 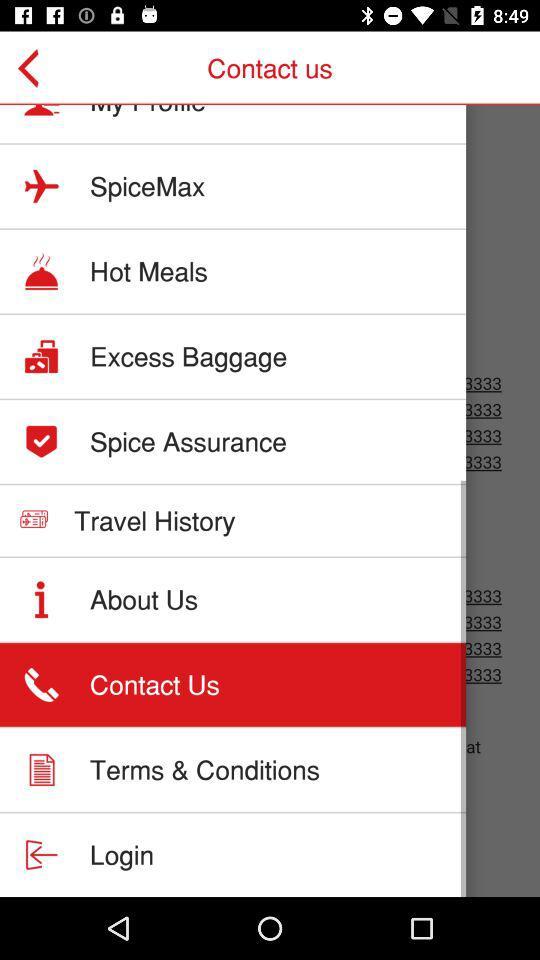 I want to click on travel history item, so click(x=153, y=519).